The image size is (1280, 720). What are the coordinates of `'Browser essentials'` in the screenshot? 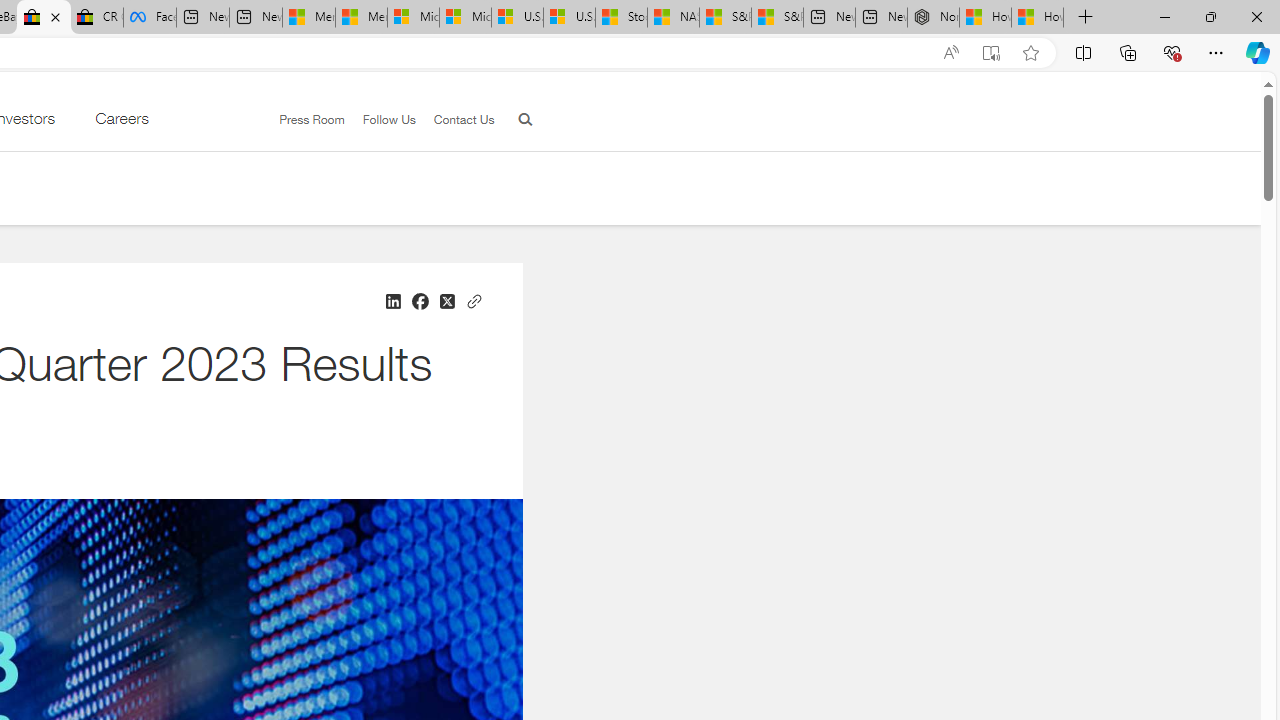 It's located at (1171, 51).